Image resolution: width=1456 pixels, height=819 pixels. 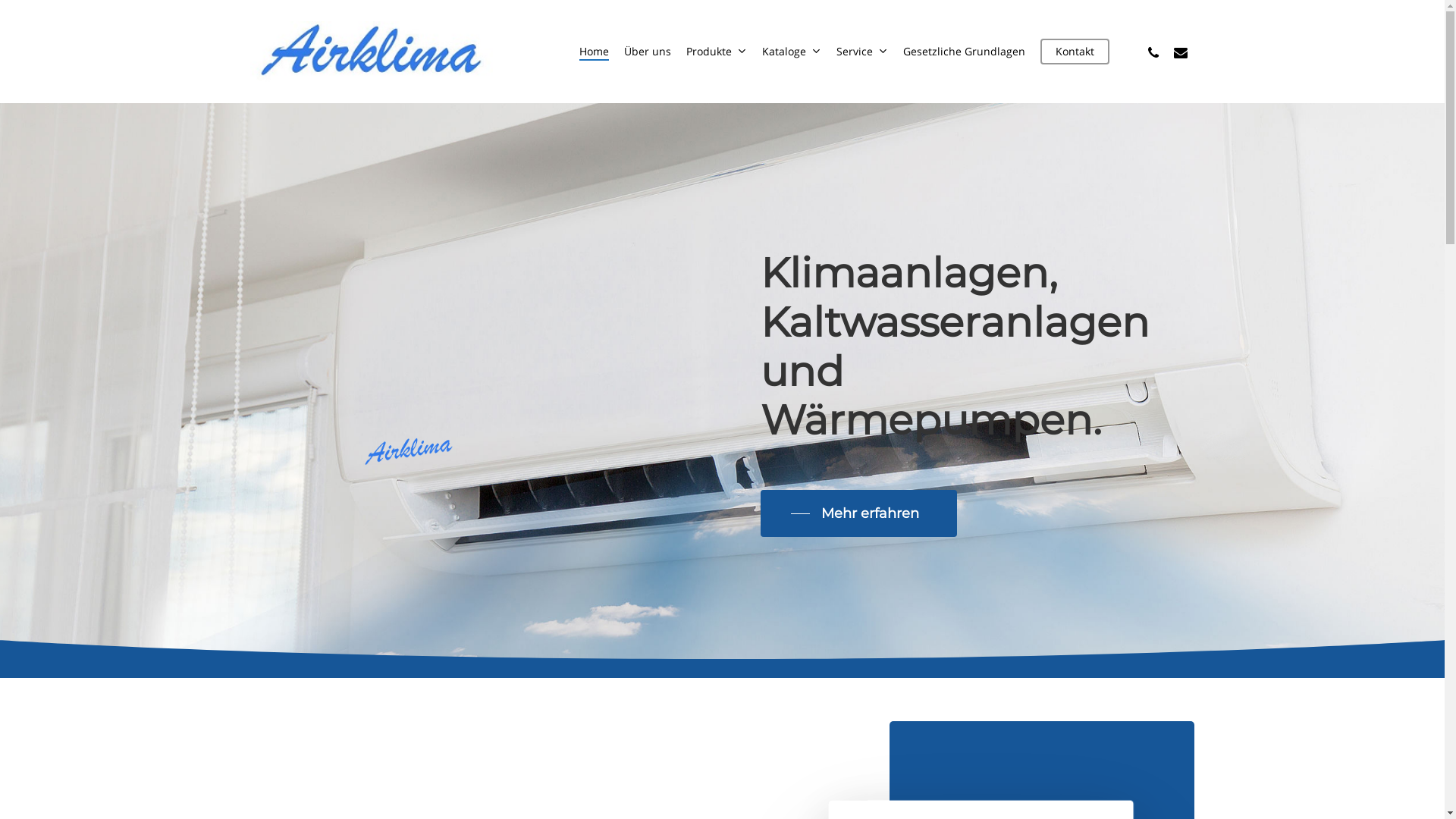 What do you see at coordinates (963, 51) in the screenshot?
I see `'Gesetzliche Grundlagen'` at bounding box center [963, 51].